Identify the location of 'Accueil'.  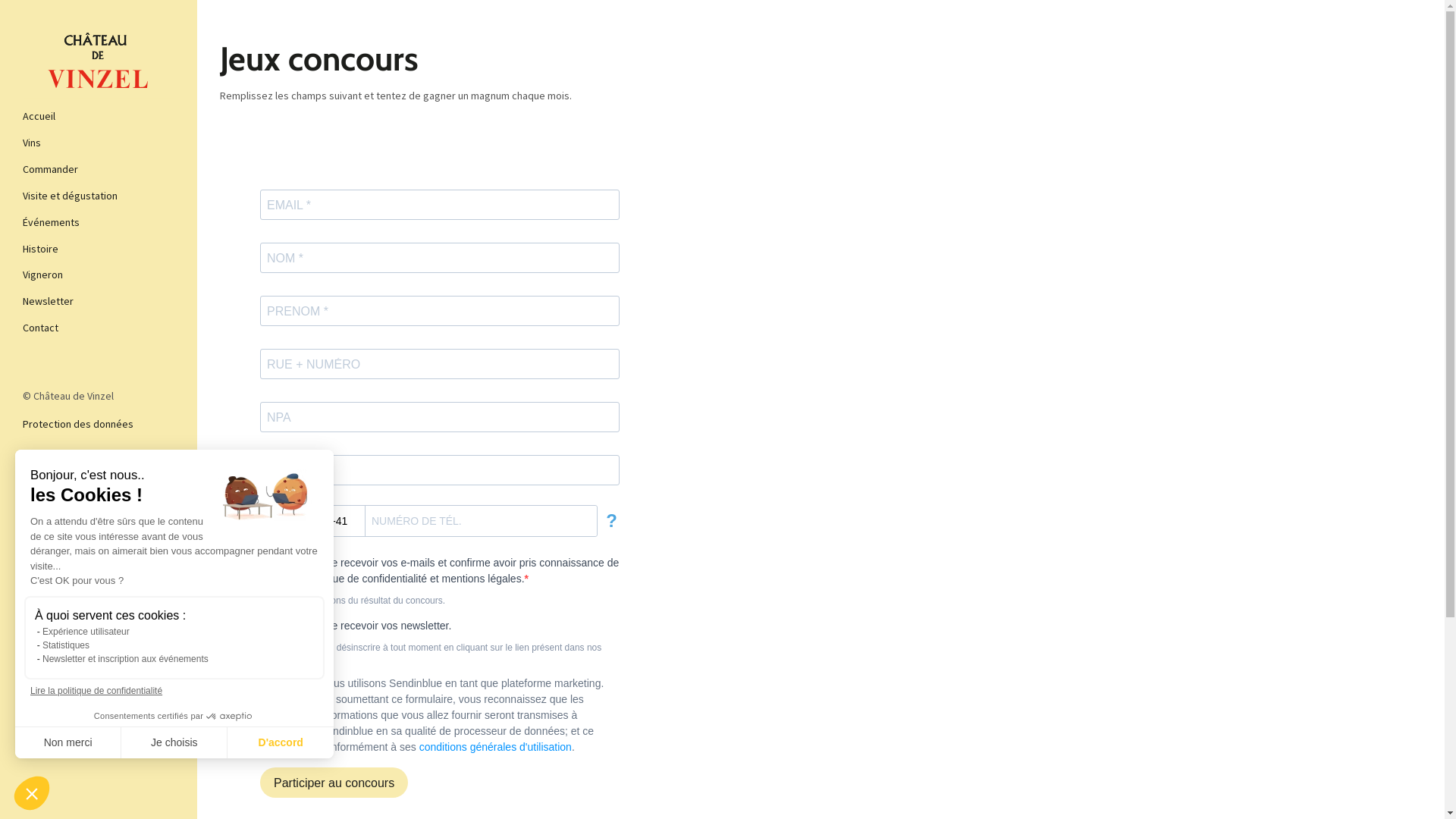
(97, 115).